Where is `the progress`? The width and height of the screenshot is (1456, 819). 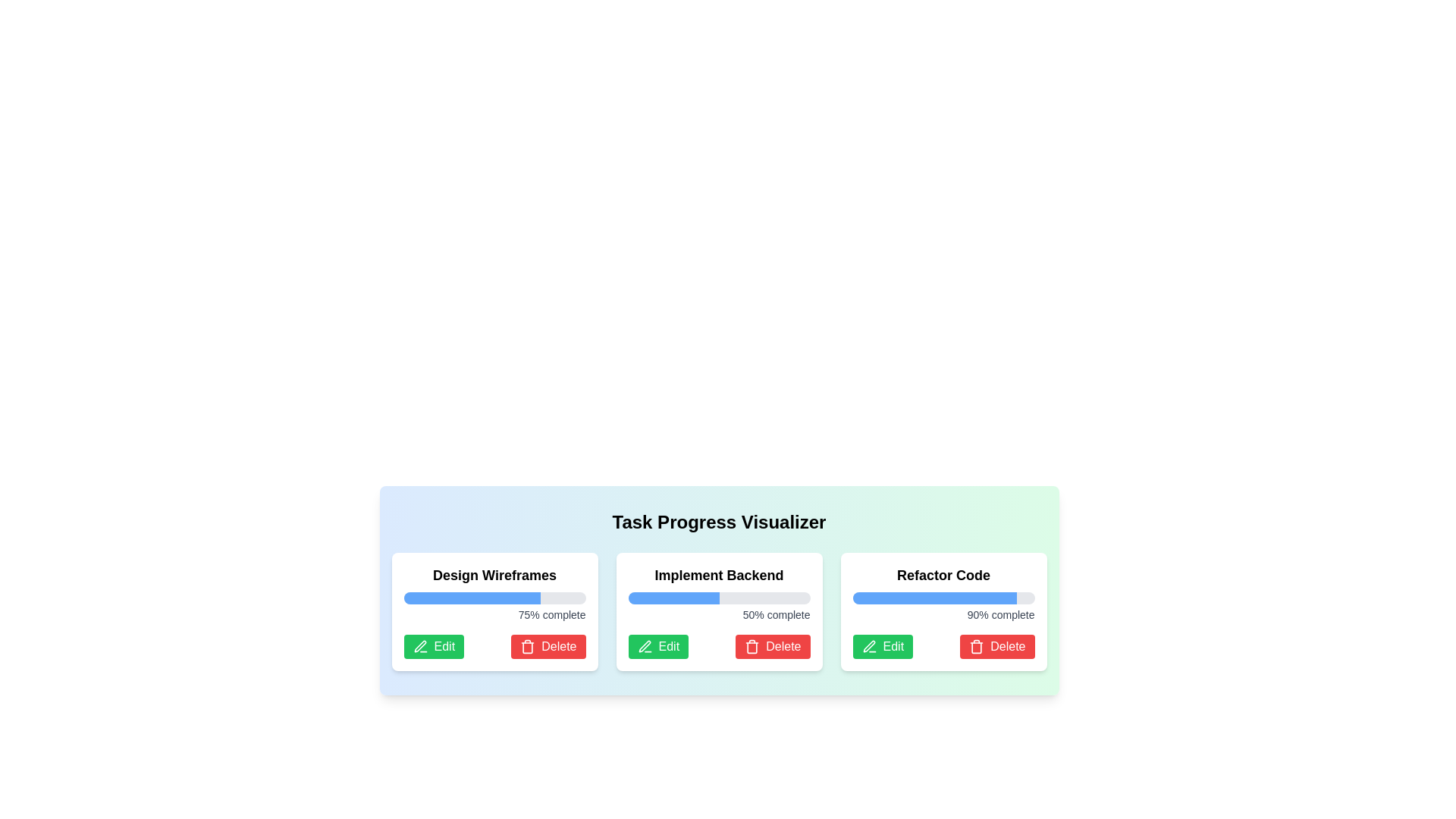
the progress is located at coordinates (858, 598).